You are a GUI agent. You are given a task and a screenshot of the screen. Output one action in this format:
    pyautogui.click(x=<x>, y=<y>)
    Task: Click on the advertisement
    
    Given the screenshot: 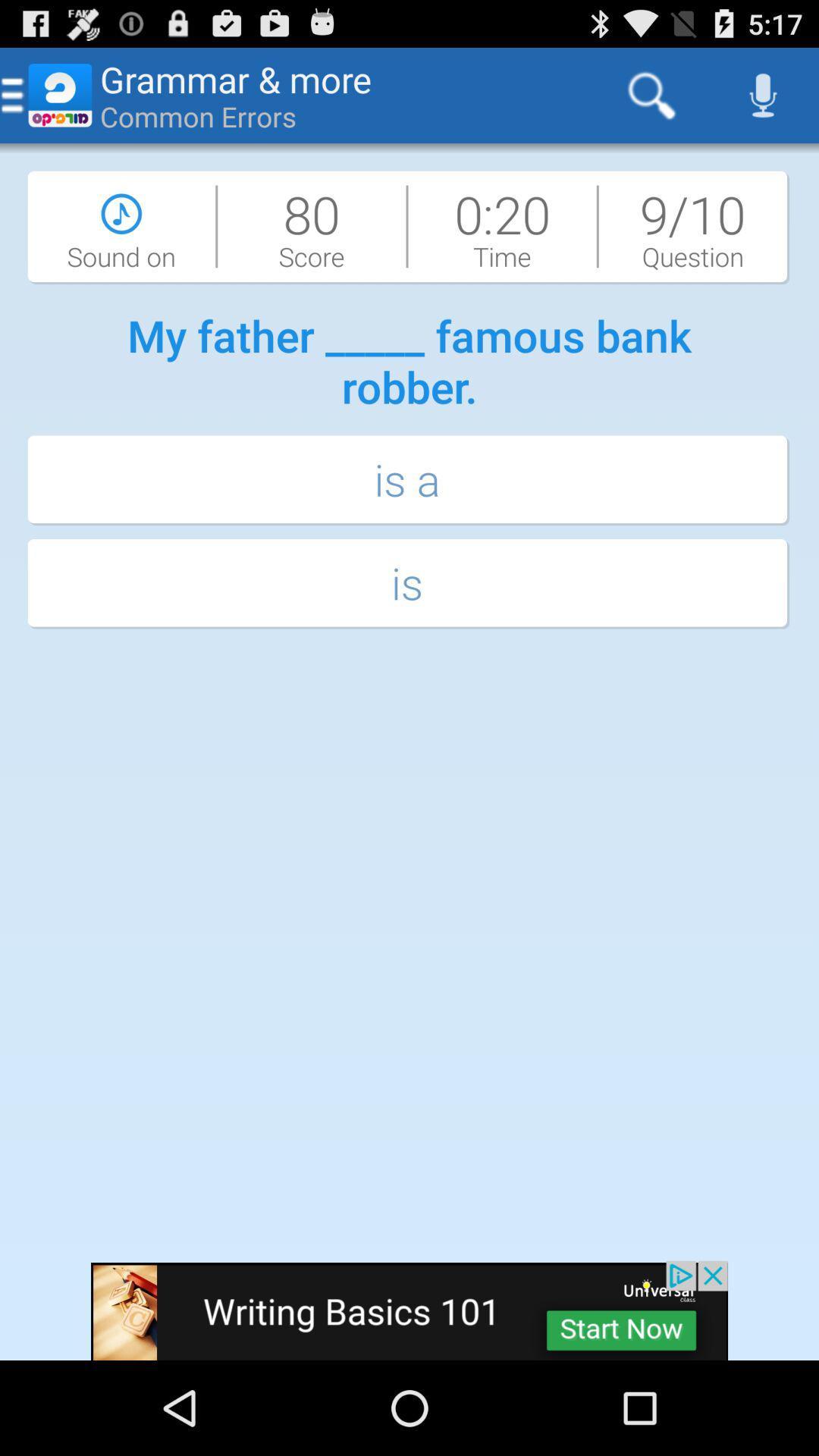 What is the action you would take?
    pyautogui.click(x=409, y=1310)
    